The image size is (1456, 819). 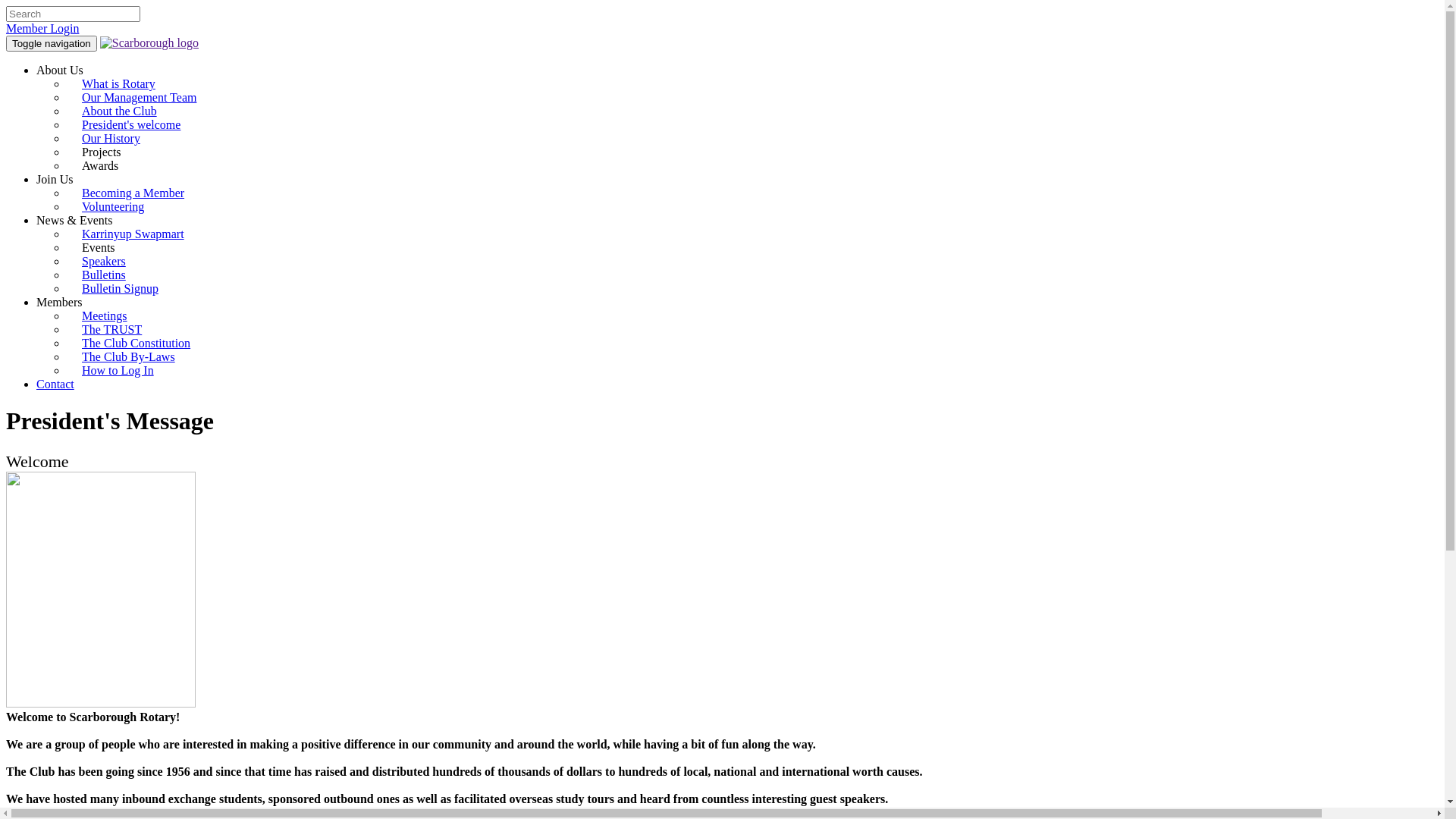 What do you see at coordinates (105, 165) in the screenshot?
I see `'Awards'` at bounding box center [105, 165].